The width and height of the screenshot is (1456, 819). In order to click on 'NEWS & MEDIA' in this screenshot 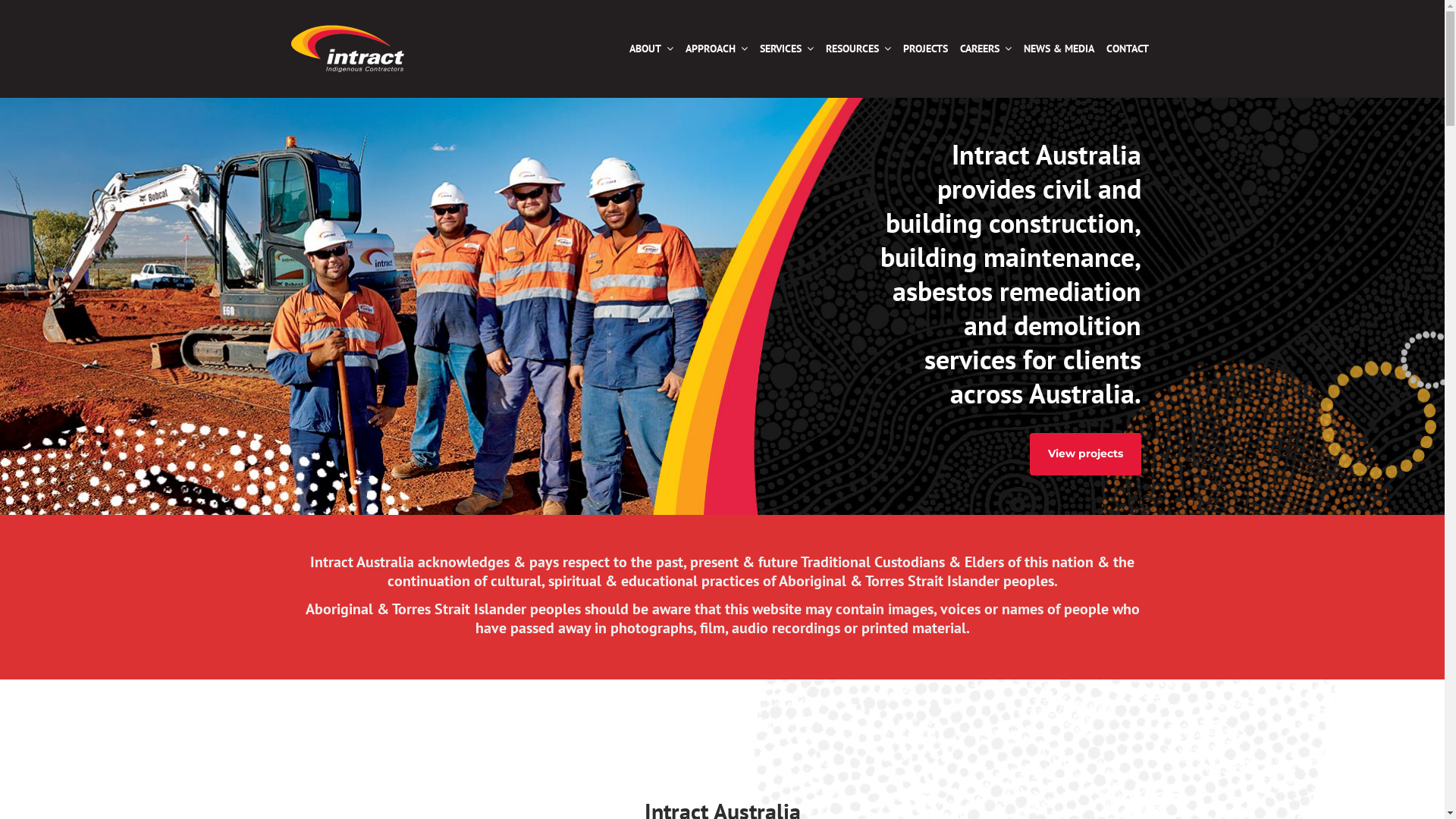, I will do `click(1058, 48)`.